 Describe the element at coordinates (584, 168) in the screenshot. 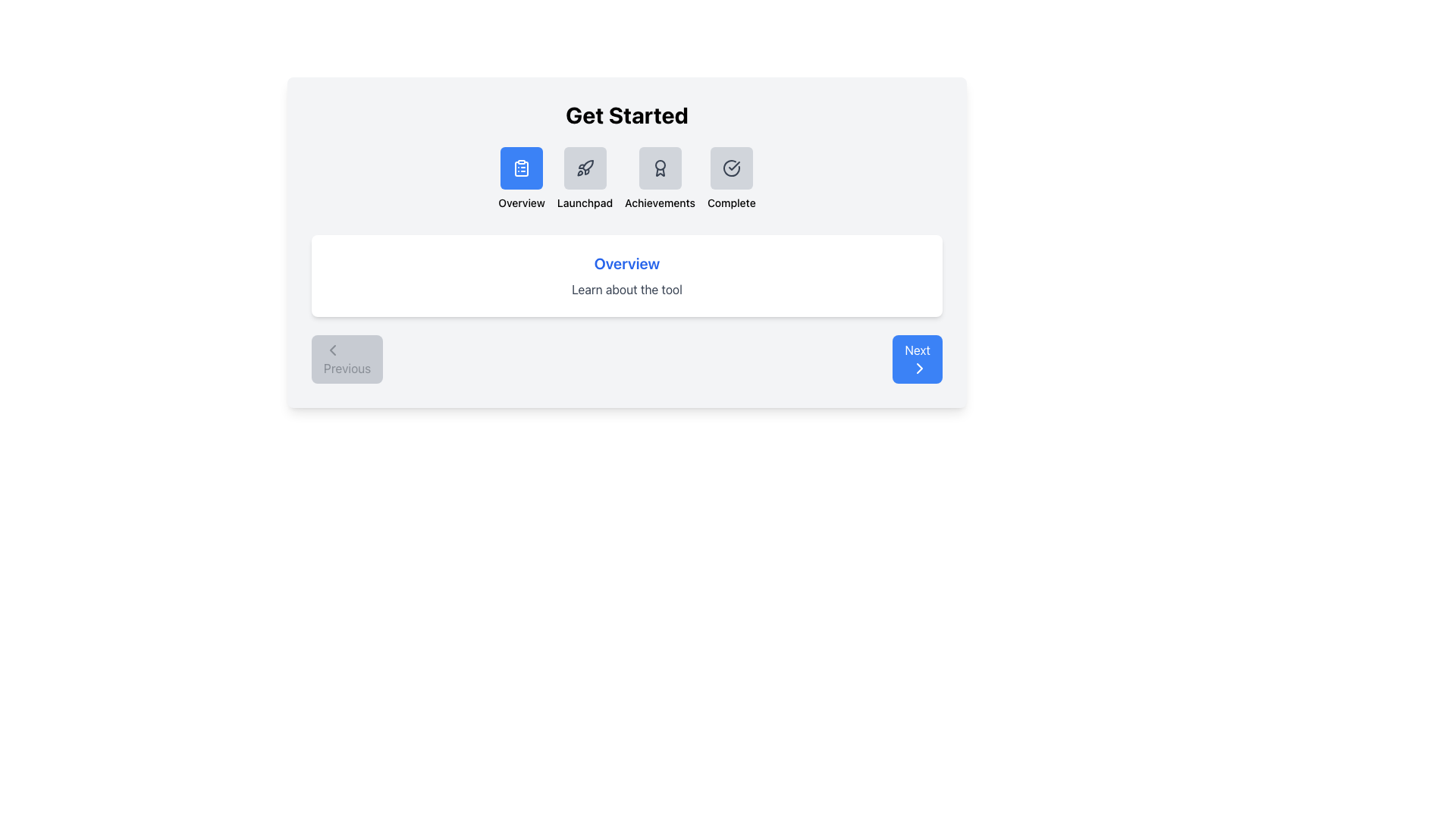

I see `the second icon in the horizontal navigation menu at the top of the main content area` at that location.